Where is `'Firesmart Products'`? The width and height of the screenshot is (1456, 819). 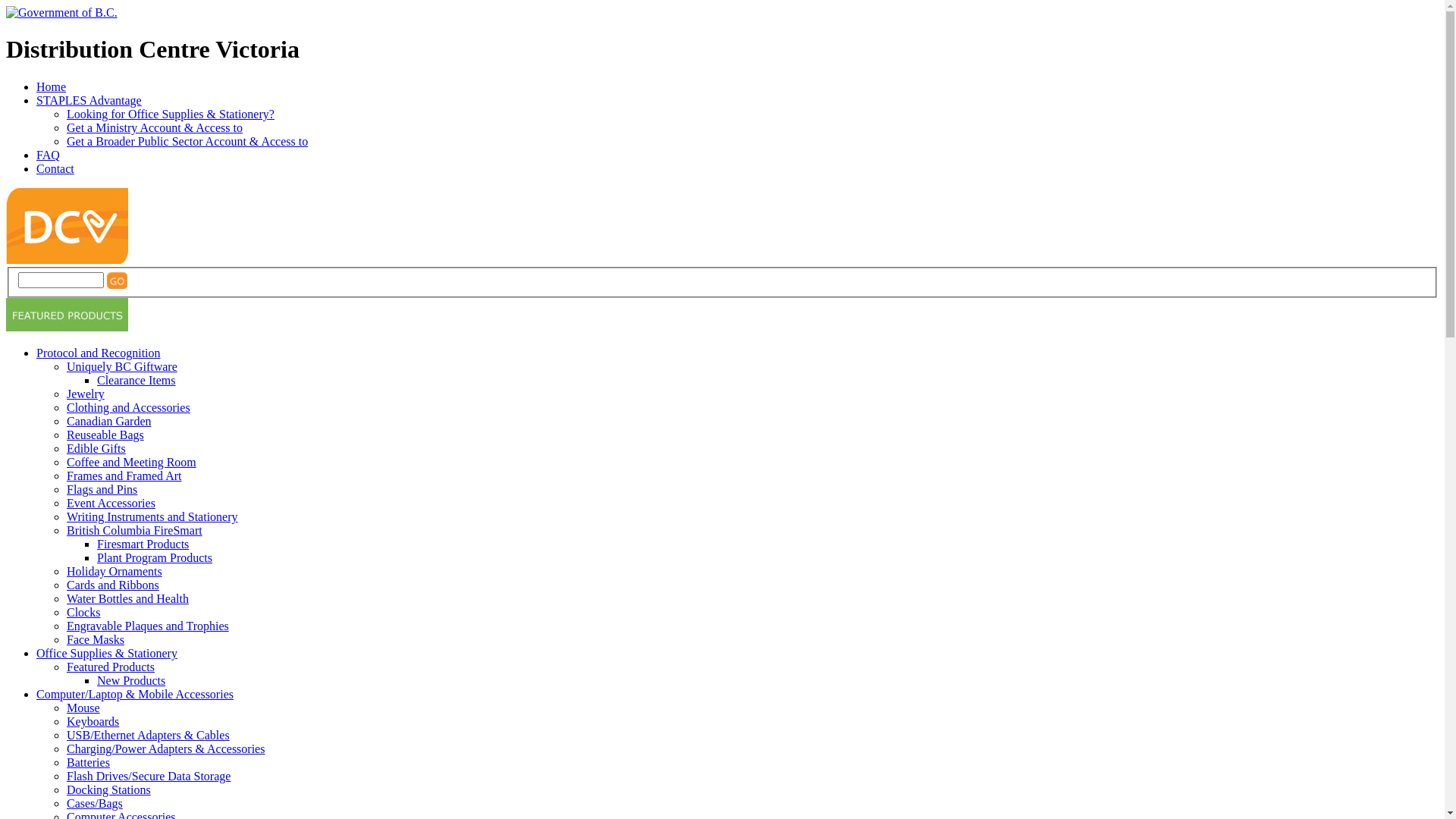 'Firesmart Products' is located at coordinates (96, 543).